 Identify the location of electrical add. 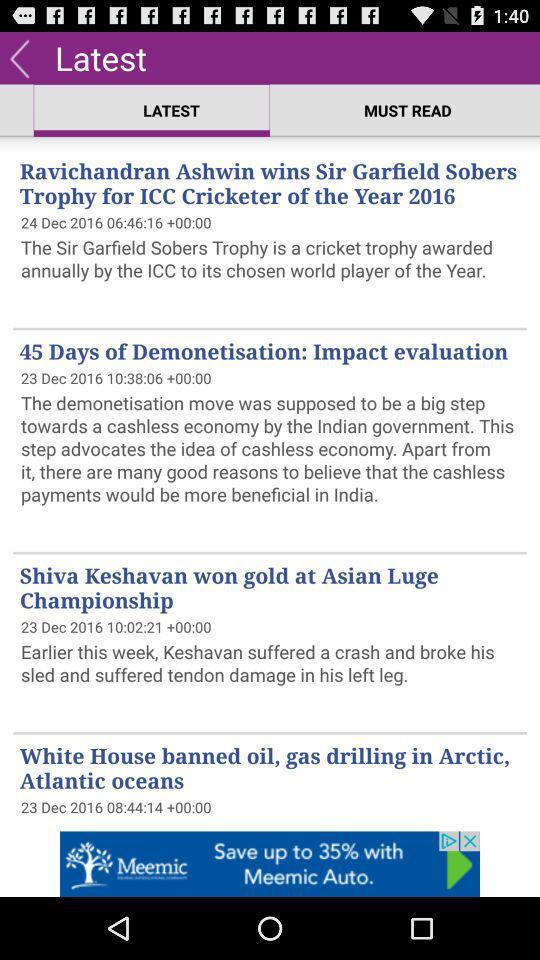
(270, 863).